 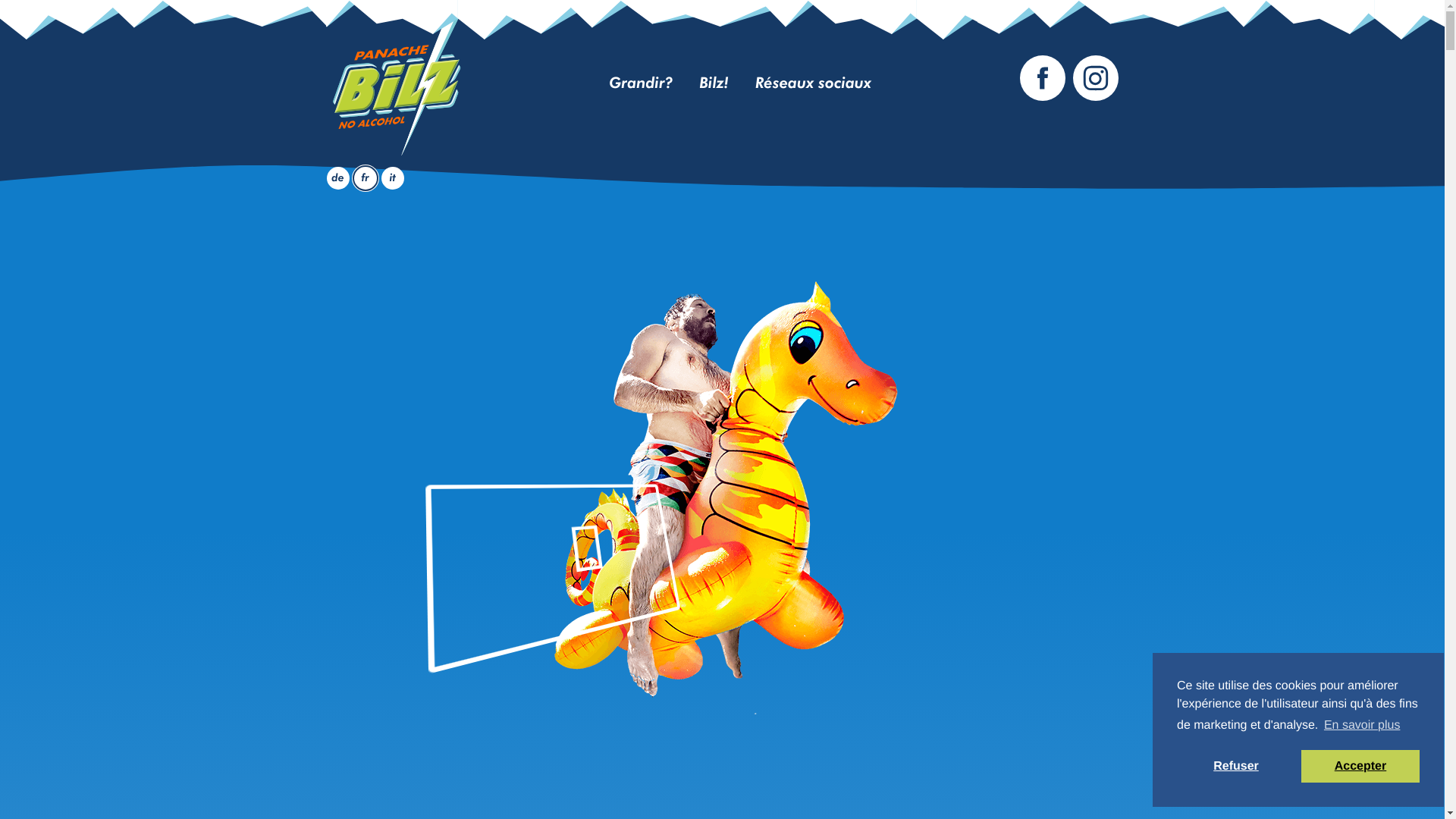 I want to click on 'Grandir?', so click(x=608, y=84).